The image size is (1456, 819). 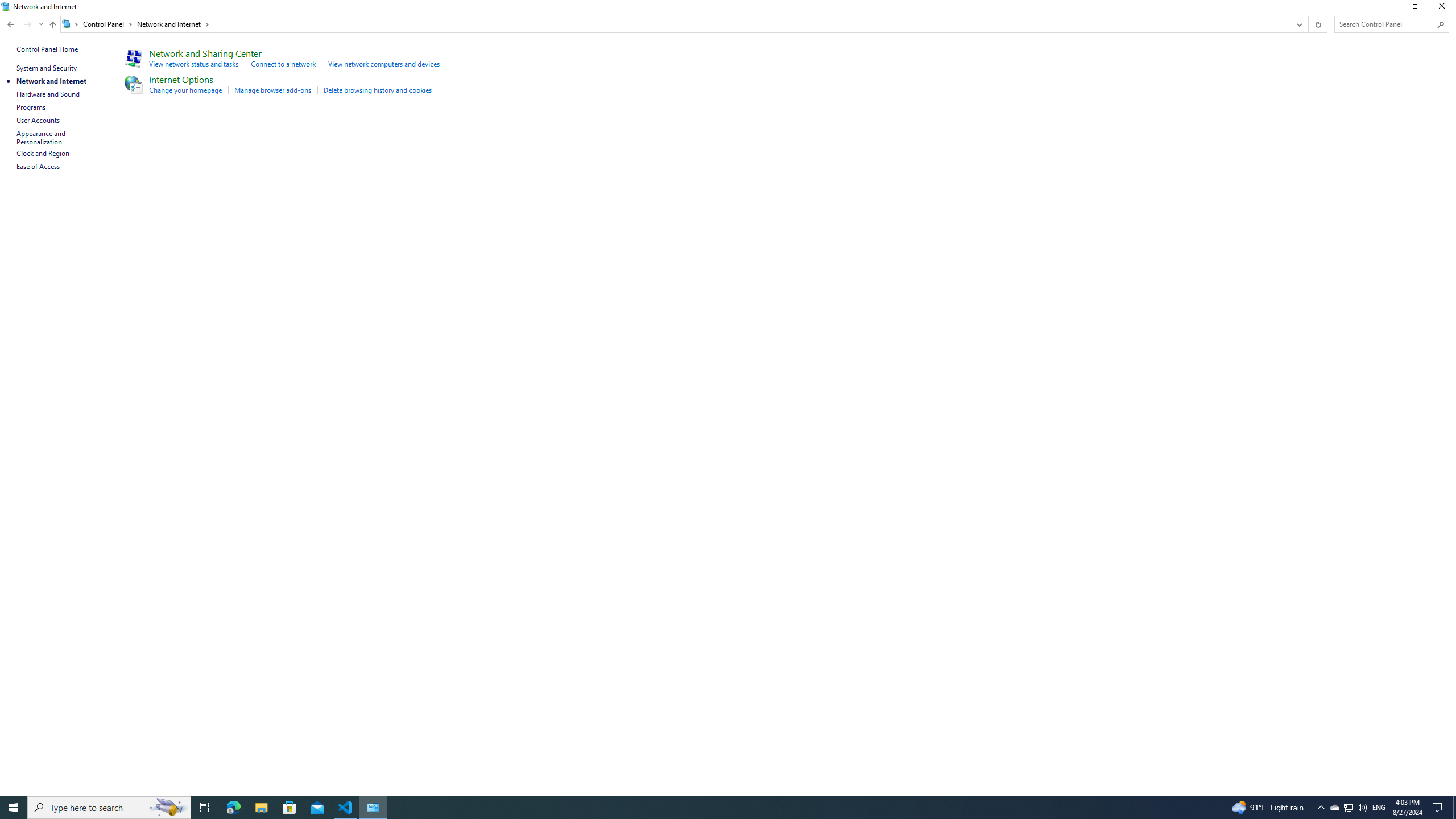 What do you see at coordinates (11, 24) in the screenshot?
I see `'Back to System and Security (Alt + Left Arrow)'` at bounding box center [11, 24].